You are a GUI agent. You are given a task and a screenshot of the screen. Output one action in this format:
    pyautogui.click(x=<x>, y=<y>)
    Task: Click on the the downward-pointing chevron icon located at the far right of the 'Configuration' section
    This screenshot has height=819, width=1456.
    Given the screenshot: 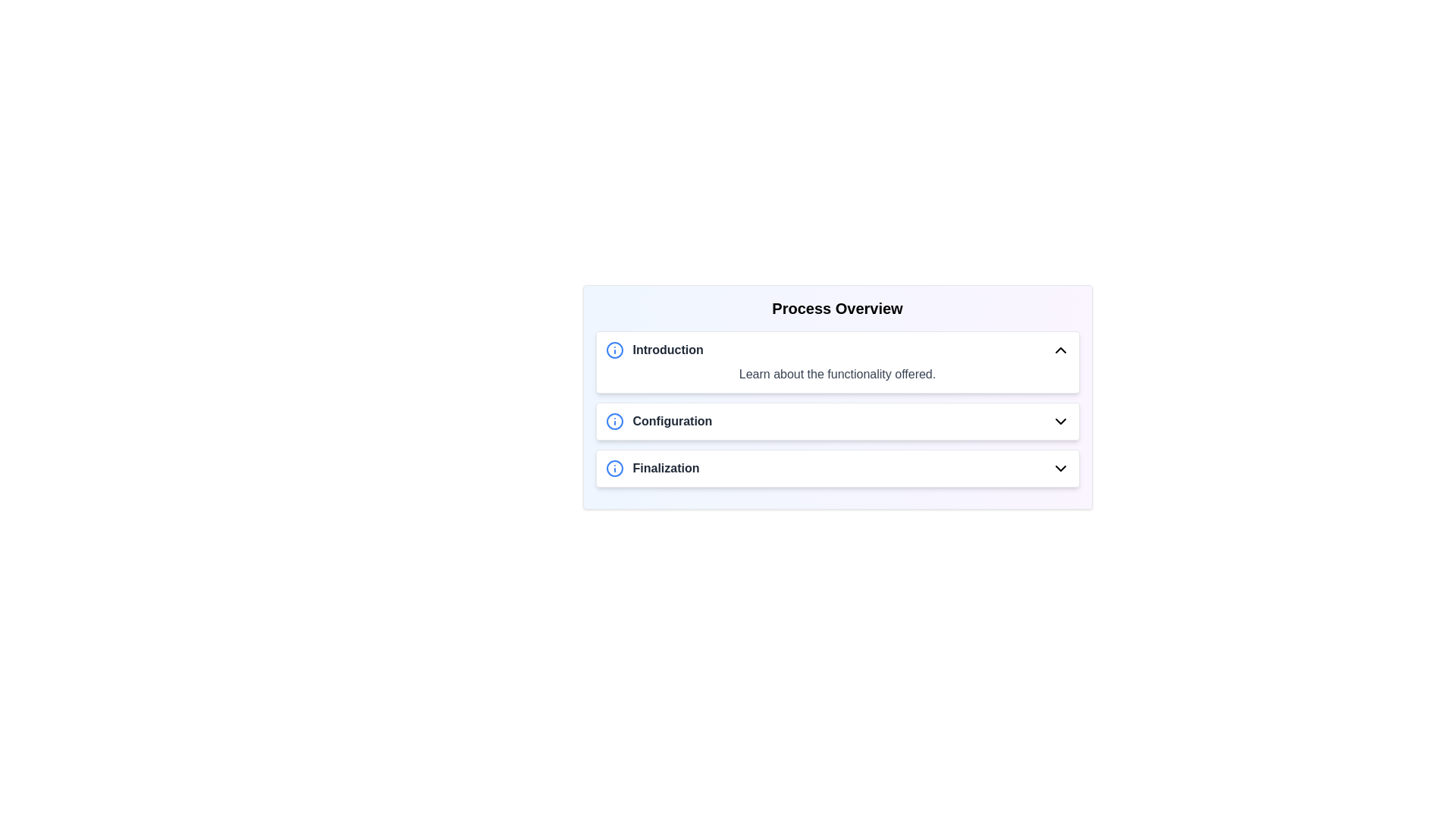 What is the action you would take?
    pyautogui.click(x=1059, y=421)
    